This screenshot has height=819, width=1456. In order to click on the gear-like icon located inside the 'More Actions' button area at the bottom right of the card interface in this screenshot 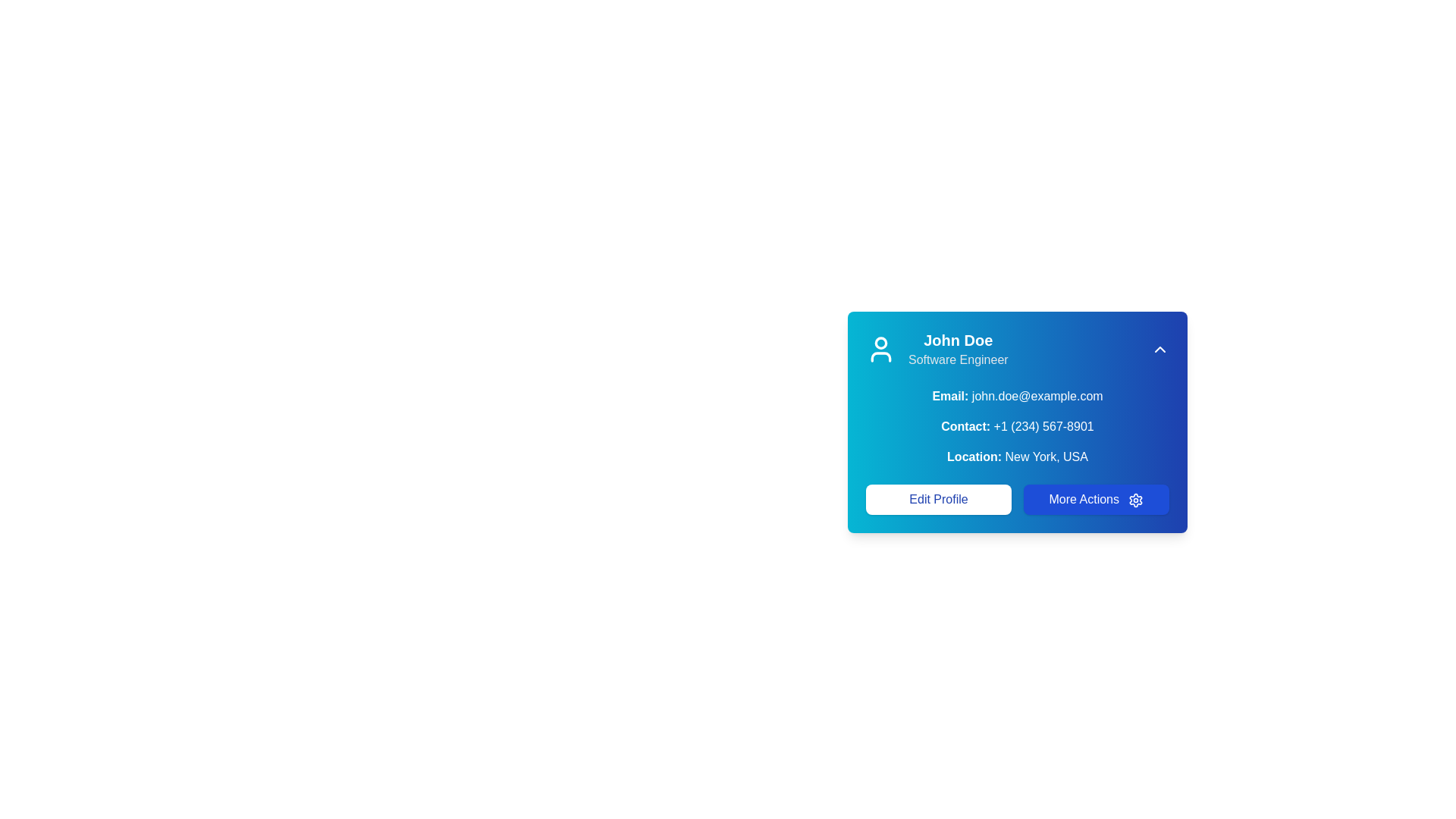, I will do `click(1136, 500)`.